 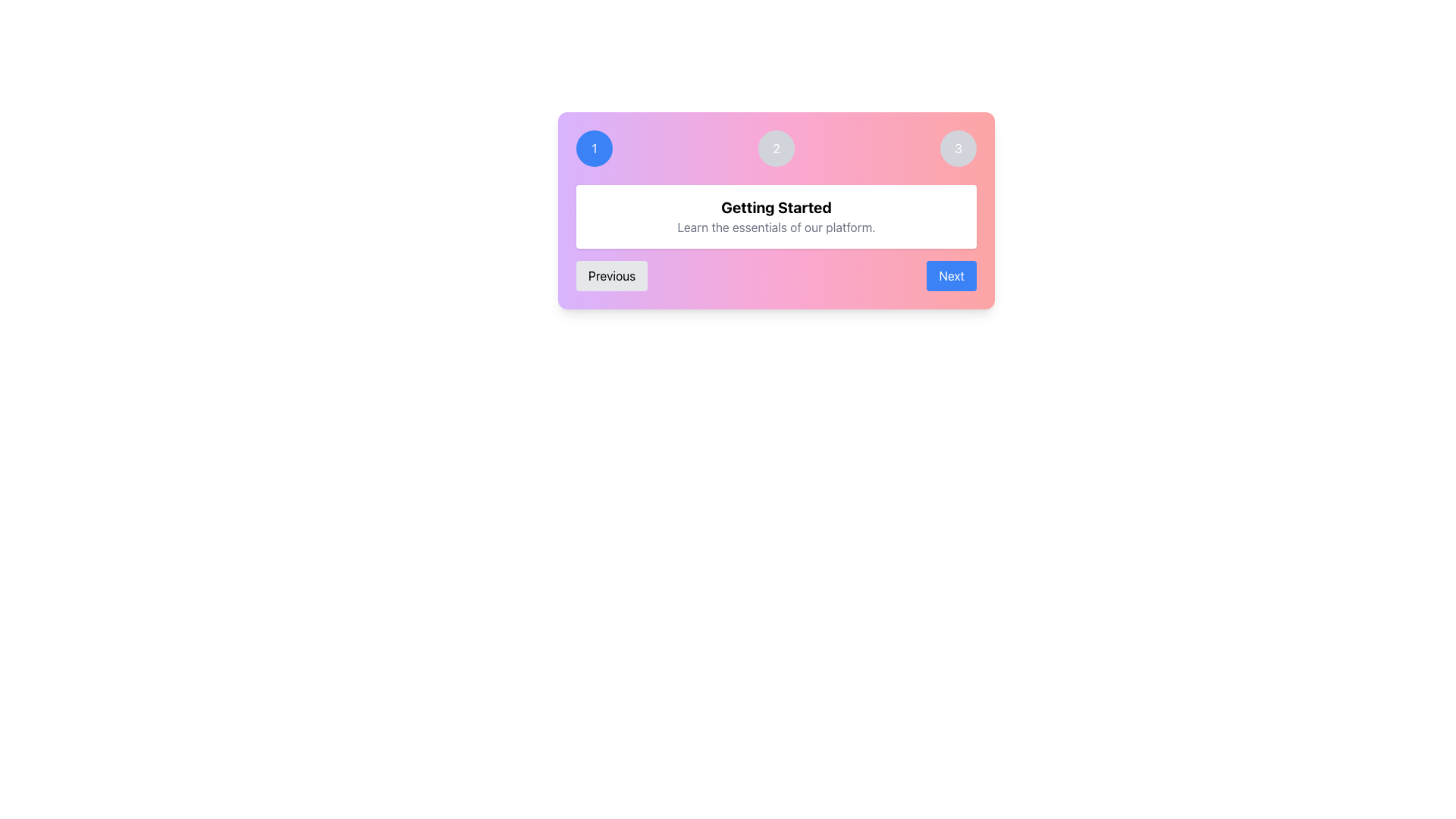 I want to click on the third circular button in the step indicator located at the top of the card-like section, so click(x=957, y=149).